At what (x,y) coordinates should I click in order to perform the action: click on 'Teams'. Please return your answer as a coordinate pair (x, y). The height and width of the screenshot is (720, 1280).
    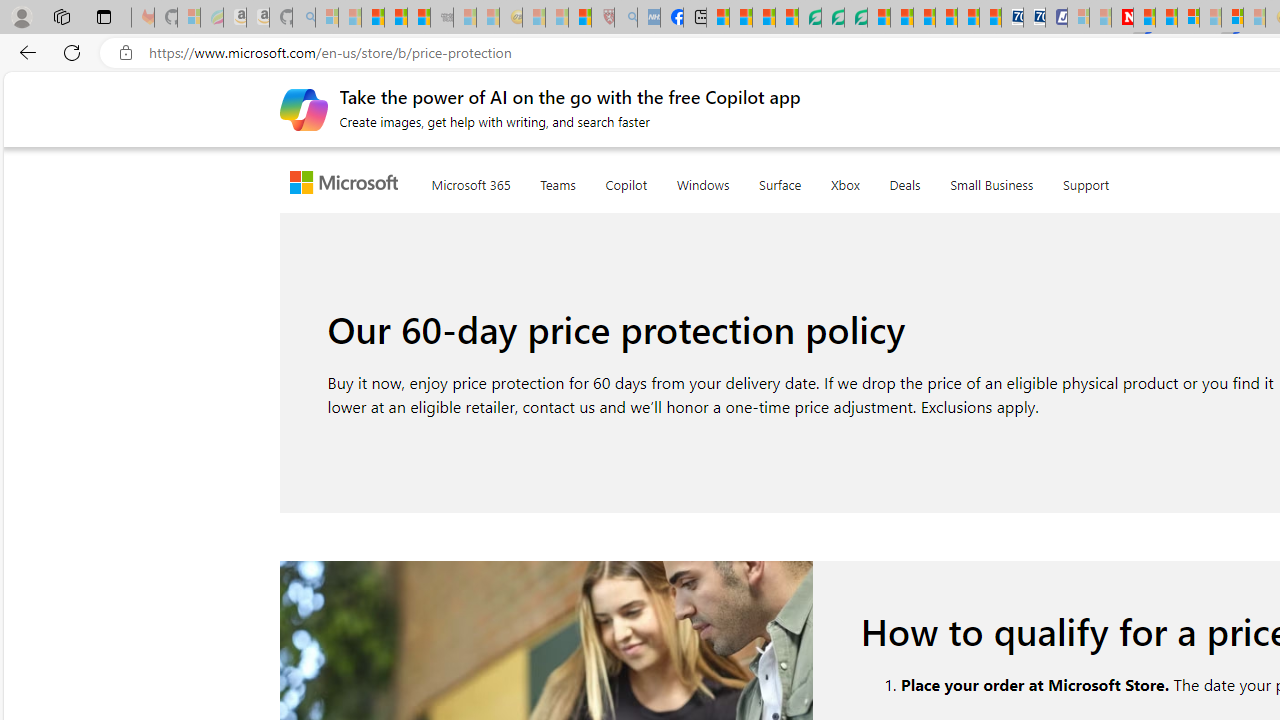
    Looking at the image, I should click on (558, 181).